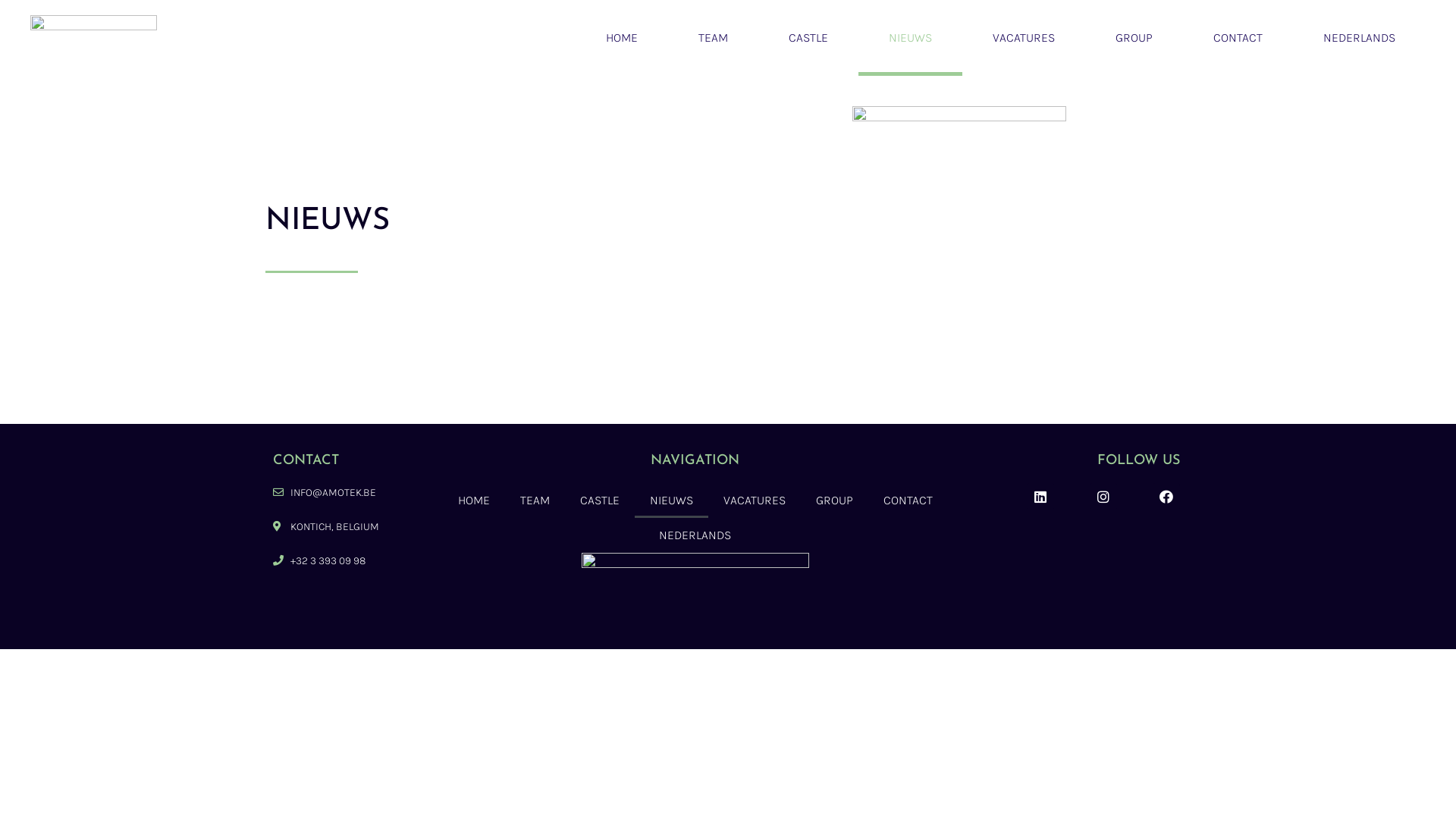 Image resolution: width=1456 pixels, height=819 pixels. Describe the element at coordinates (1023, 37) in the screenshot. I see `'VACATURES'` at that location.